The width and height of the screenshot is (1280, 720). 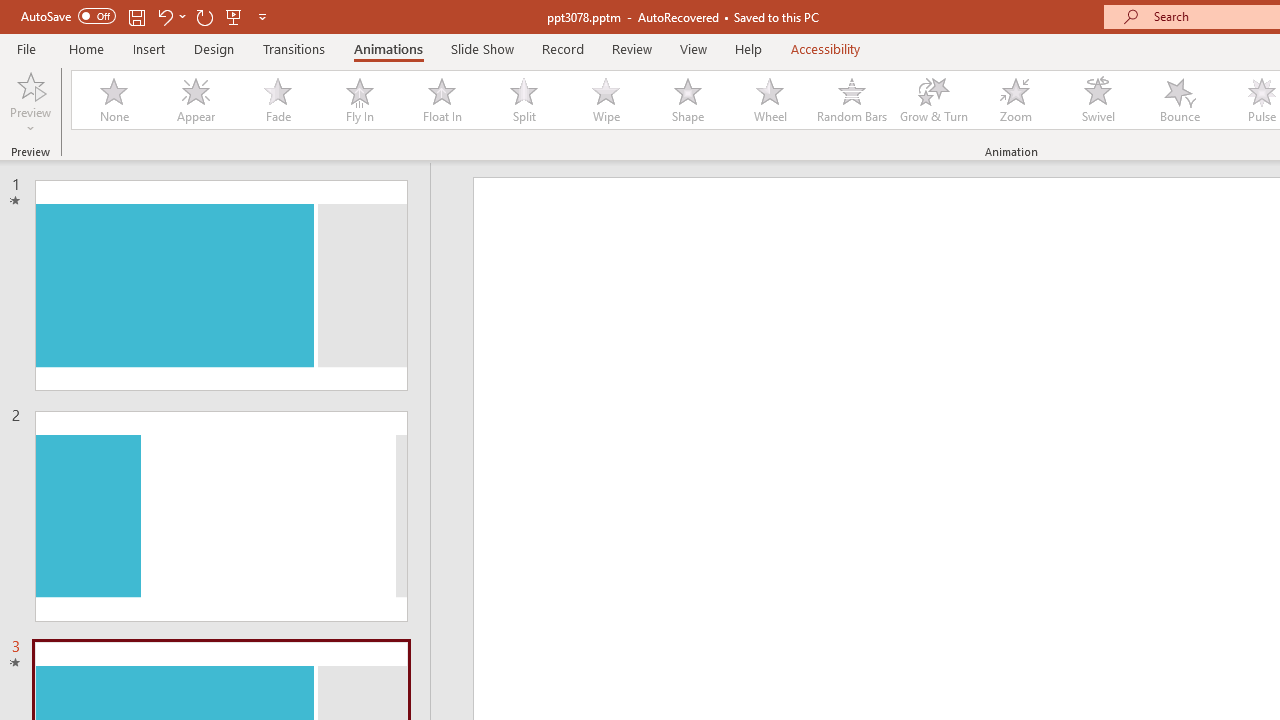 I want to click on 'Shape', so click(x=688, y=100).